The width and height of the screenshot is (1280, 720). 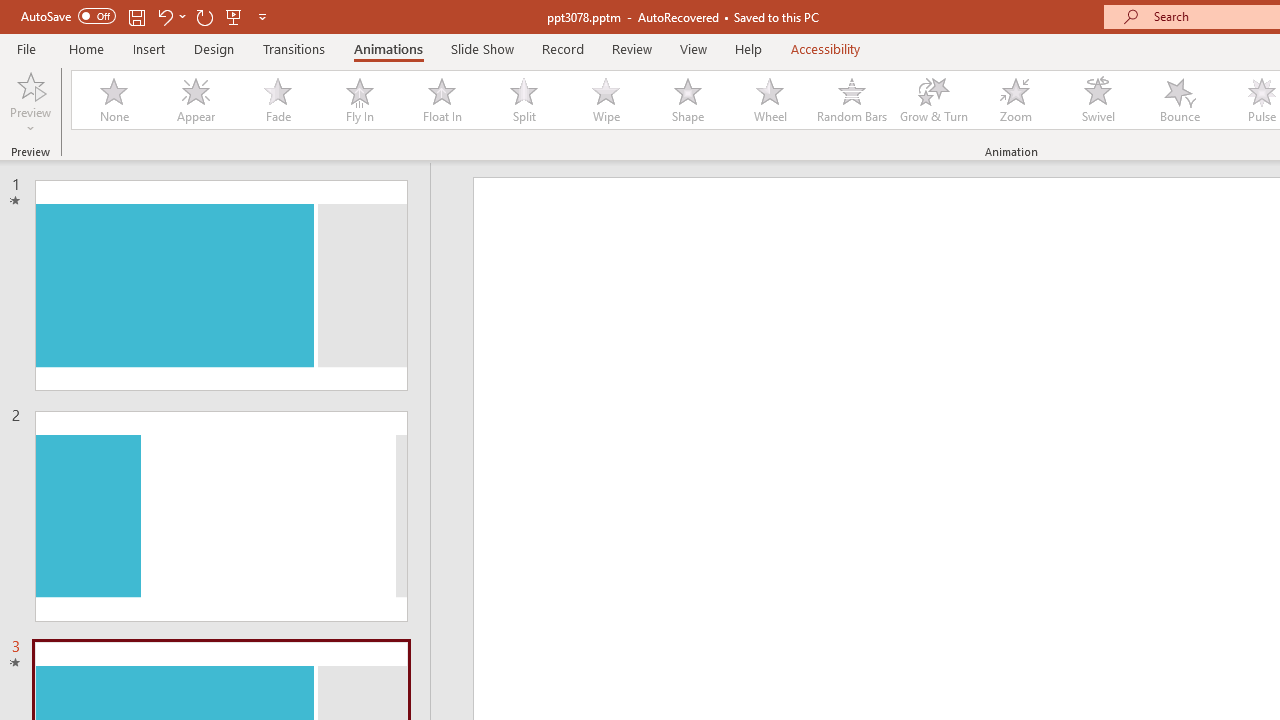 I want to click on 'Shape', so click(x=688, y=100).